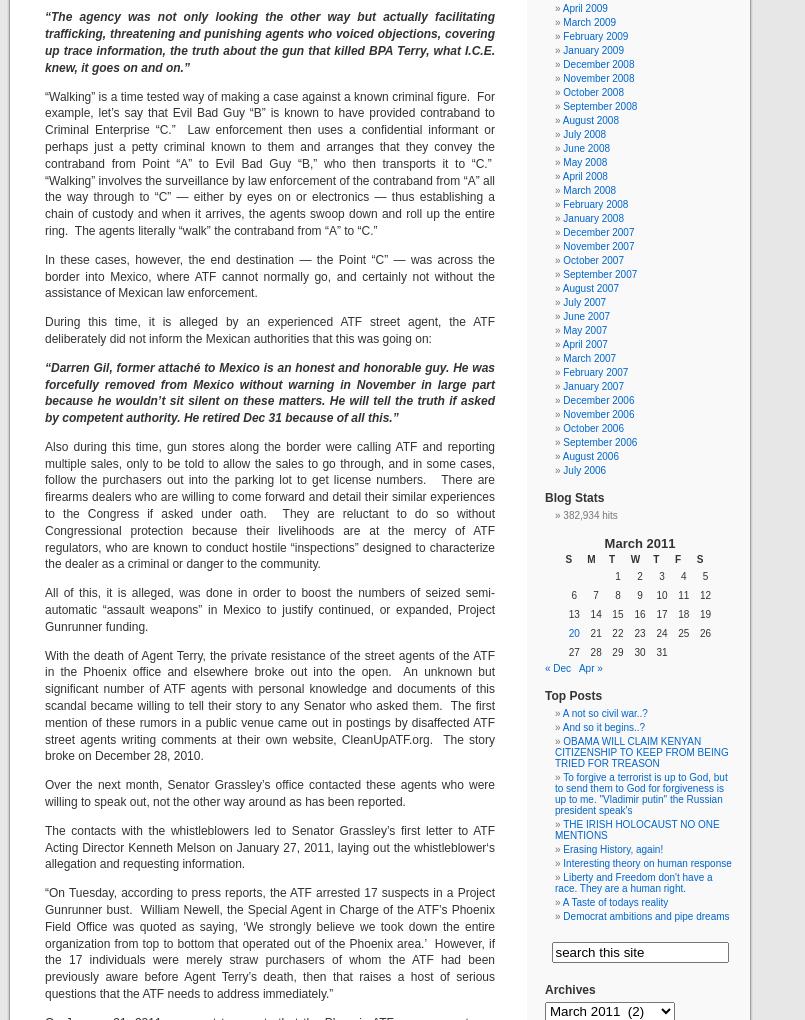 The width and height of the screenshot is (805, 1020). I want to click on 'September 2008', so click(599, 105).